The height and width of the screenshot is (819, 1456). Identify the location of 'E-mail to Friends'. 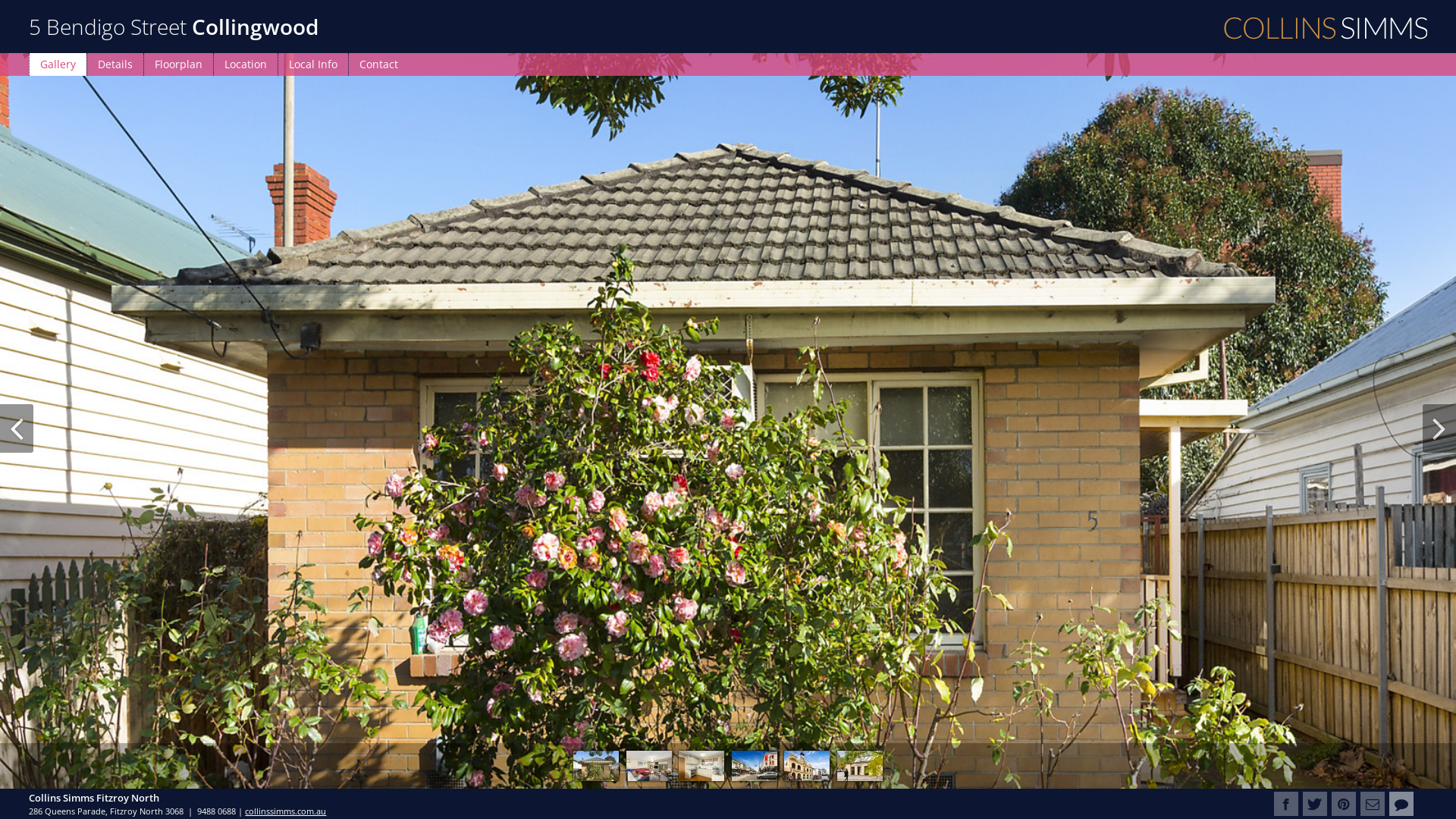
(1360, 803).